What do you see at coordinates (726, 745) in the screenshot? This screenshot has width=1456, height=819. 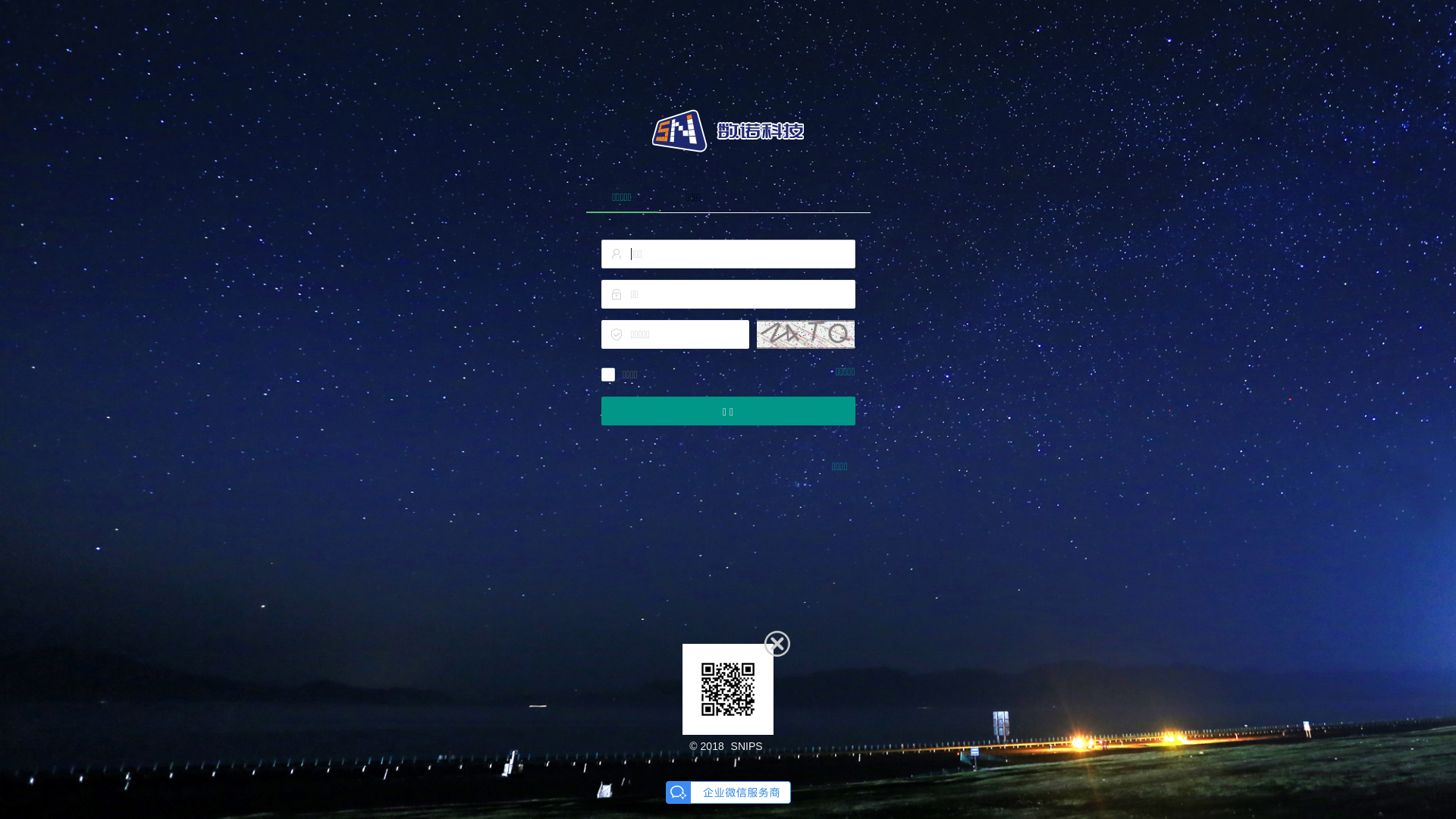 I see `'SNIPS'` at bounding box center [726, 745].